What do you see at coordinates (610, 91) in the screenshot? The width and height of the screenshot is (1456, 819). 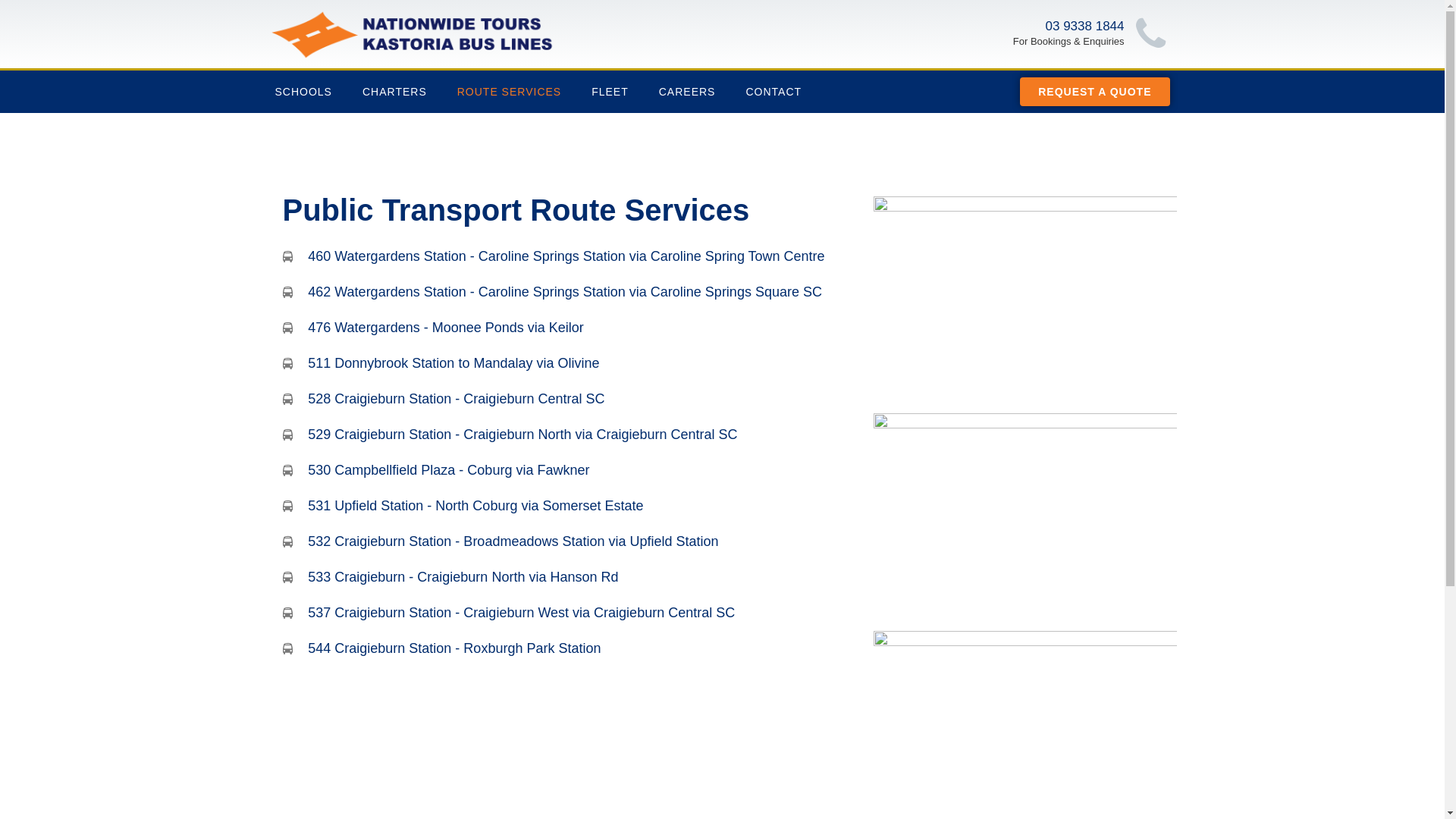 I see `'FLEET'` at bounding box center [610, 91].